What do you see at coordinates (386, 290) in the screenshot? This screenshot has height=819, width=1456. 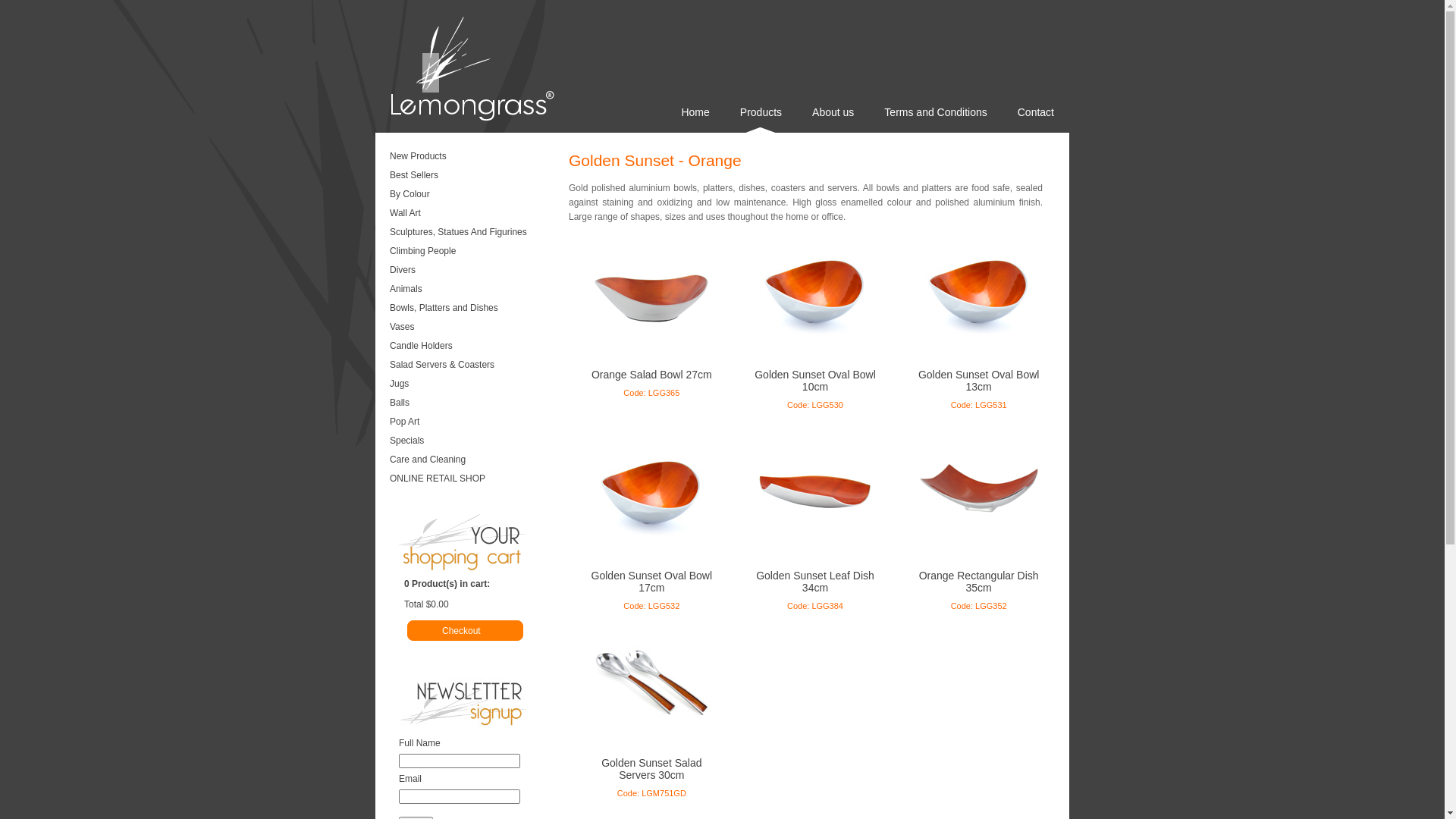 I see `'Animals'` at bounding box center [386, 290].